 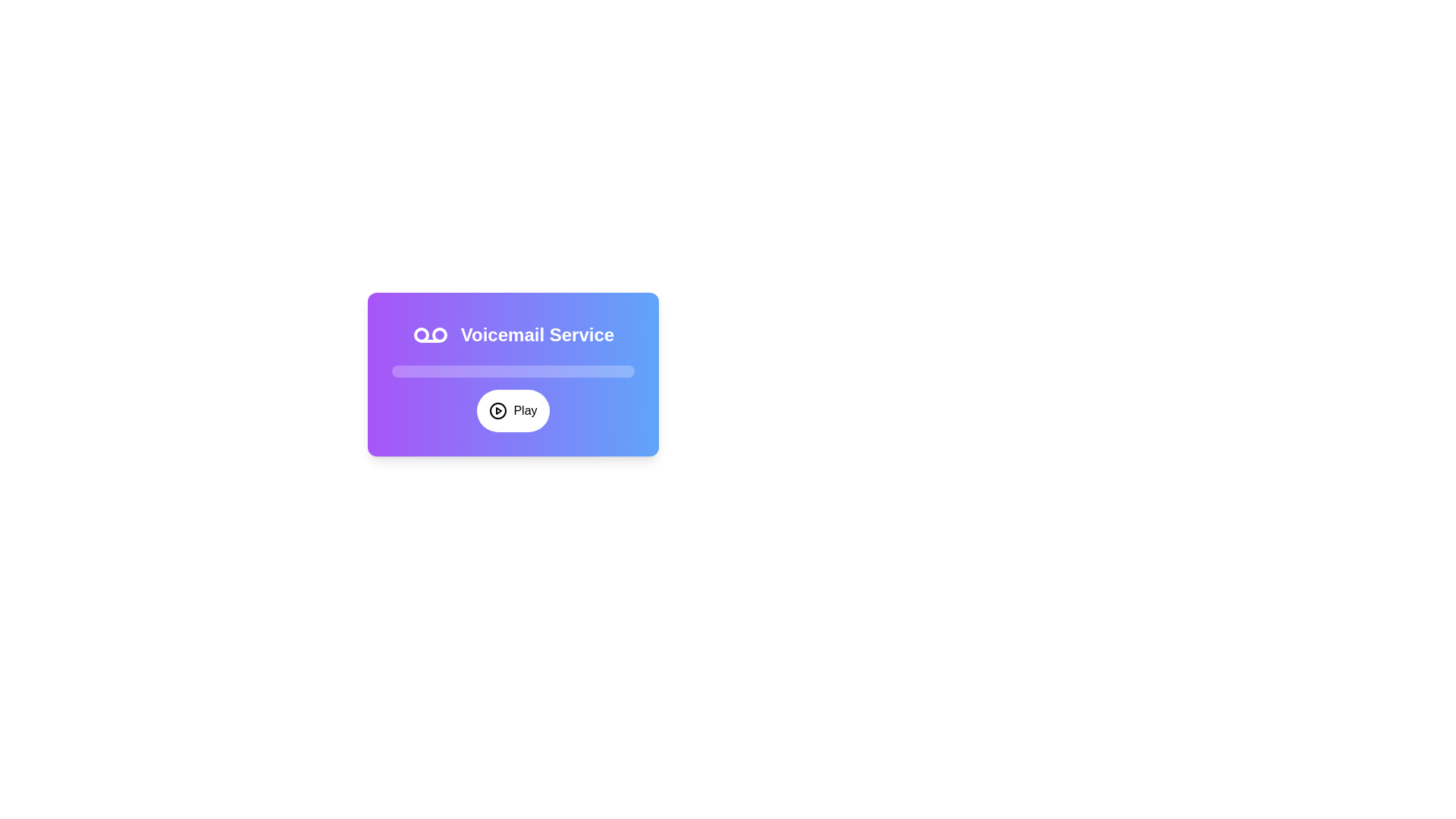 I want to click on the leftmost circle of the Voicemail icon located at the top-left side of the card, which is purely graphical and does not have interactive functionality, so click(x=421, y=334).